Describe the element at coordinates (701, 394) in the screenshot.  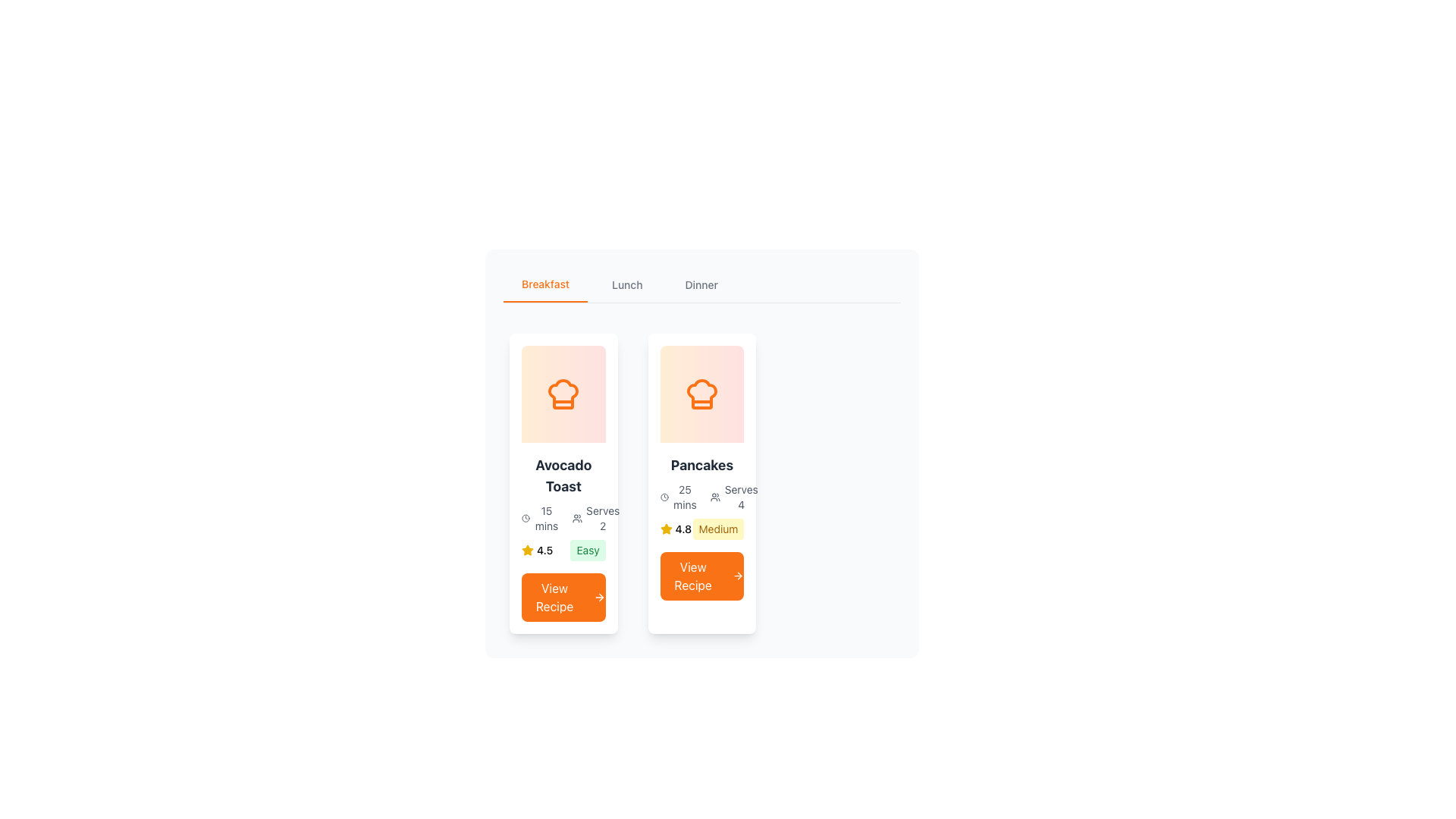
I see `the chef's hat icon with strong orange strokes located in the second recipe card titled 'Pancakes' in the 'Breakfast' tab` at that location.